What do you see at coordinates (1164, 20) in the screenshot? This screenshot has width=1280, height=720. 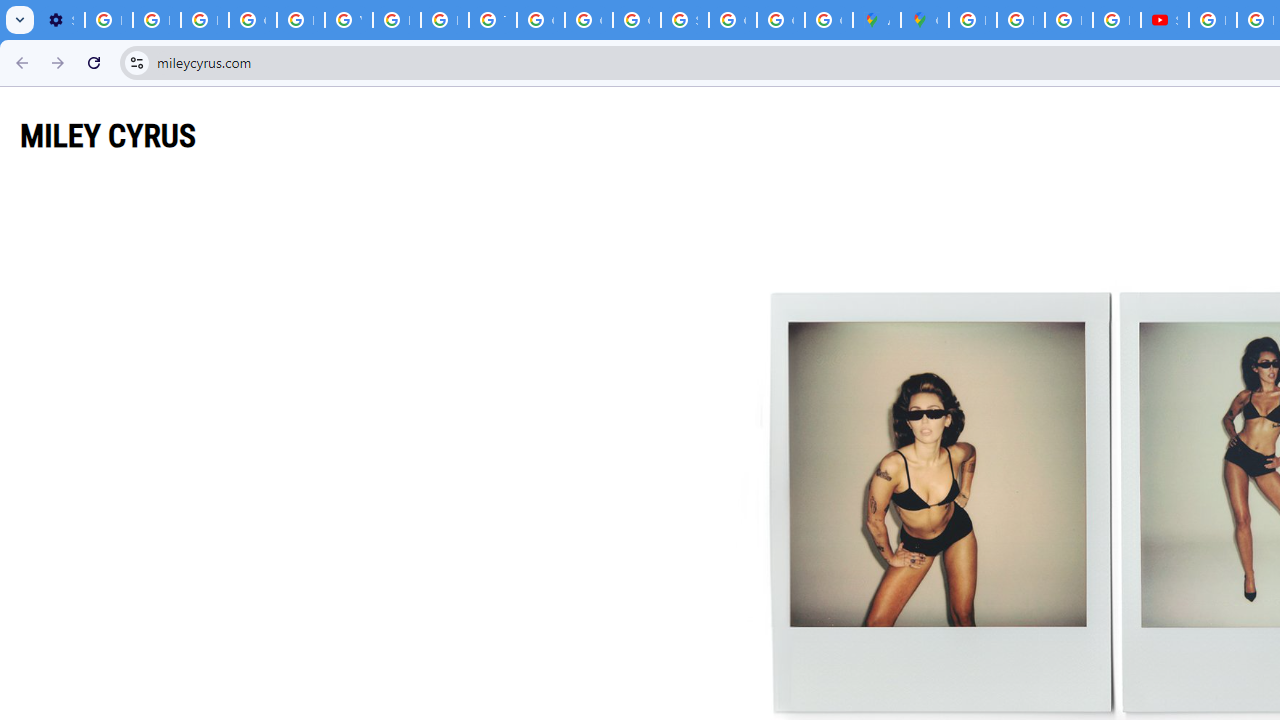 I see `'Subscriptions - YouTube'` at bounding box center [1164, 20].